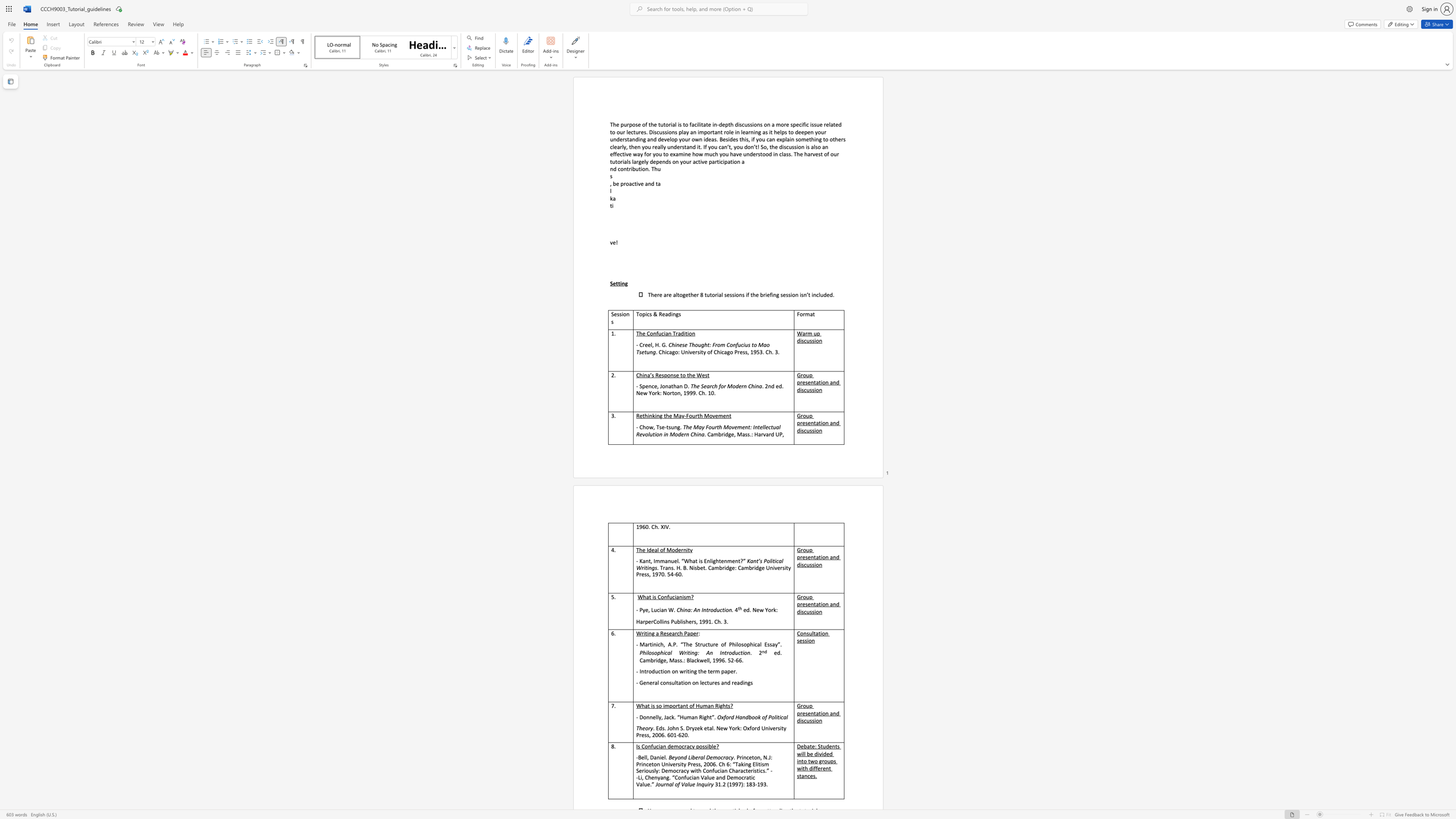 This screenshot has width=1456, height=819. What do you see at coordinates (656, 549) in the screenshot?
I see `the subset text "l of Modern" within the text "The Ideal of Modernity"` at bounding box center [656, 549].